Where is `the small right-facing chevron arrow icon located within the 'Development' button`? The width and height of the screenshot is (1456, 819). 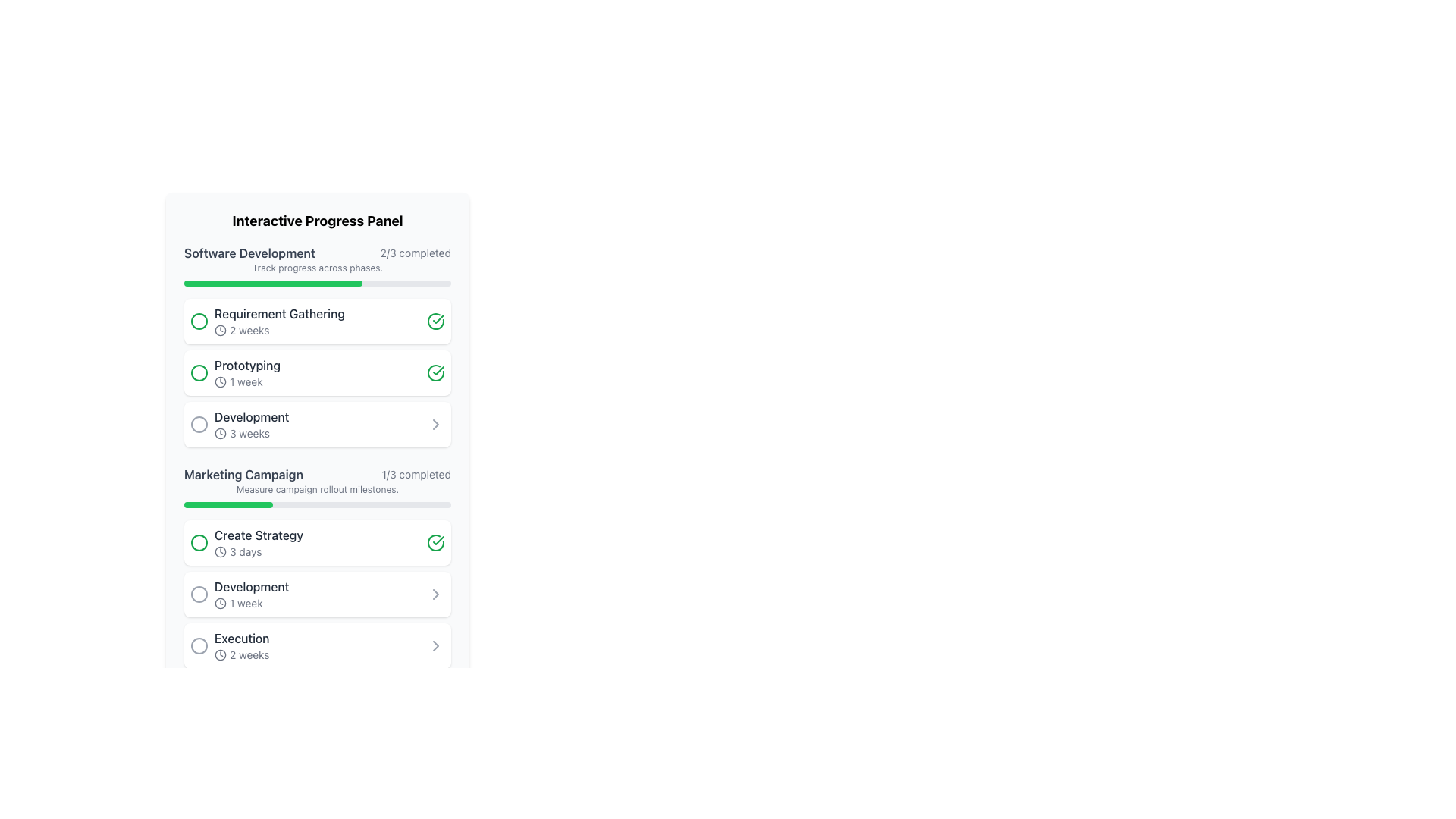
the small right-facing chevron arrow icon located within the 'Development' button is located at coordinates (435, 646).